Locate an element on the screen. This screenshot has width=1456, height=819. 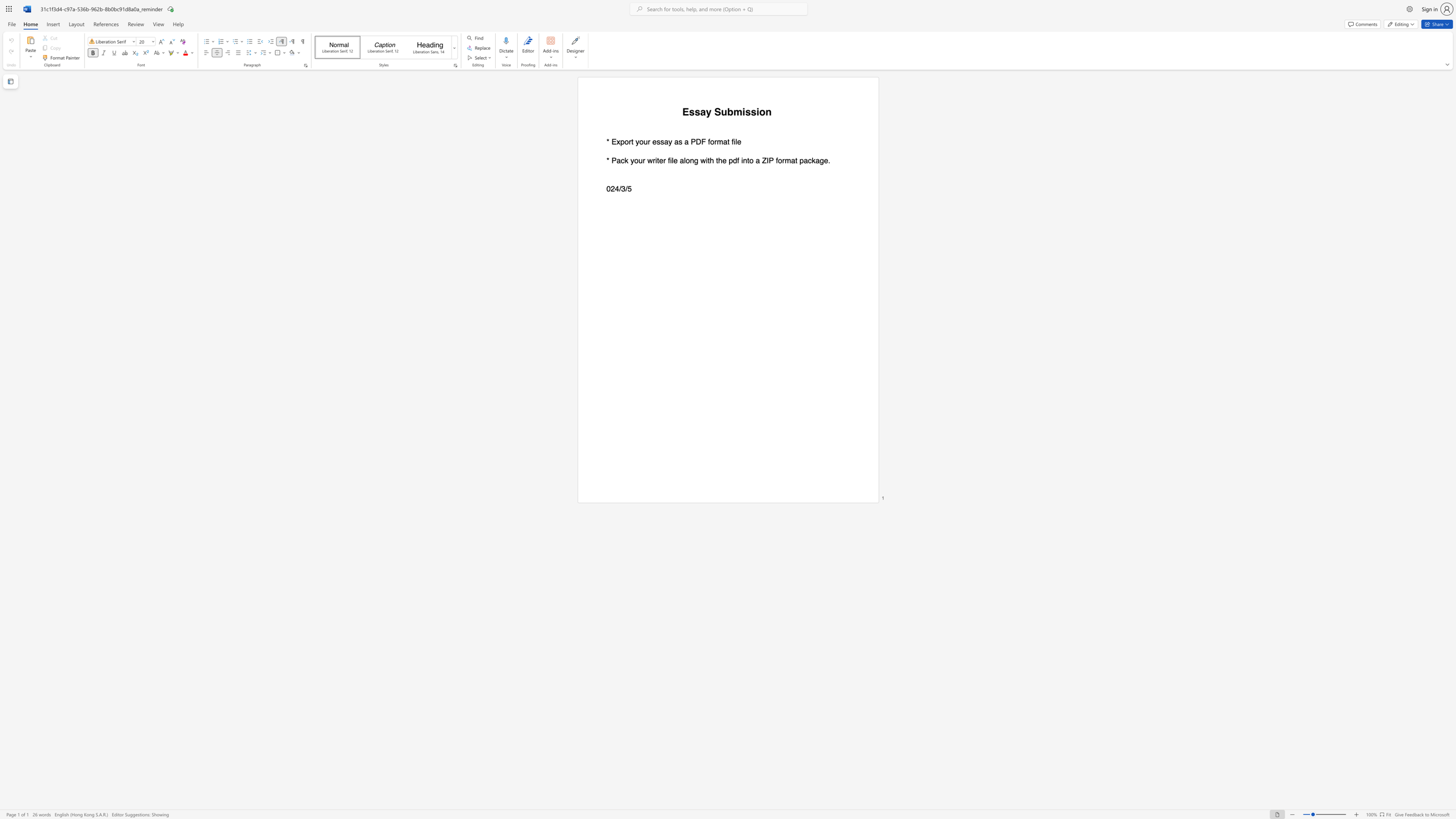
the 1th character "a" in the text is located at coordinates (665, 142).